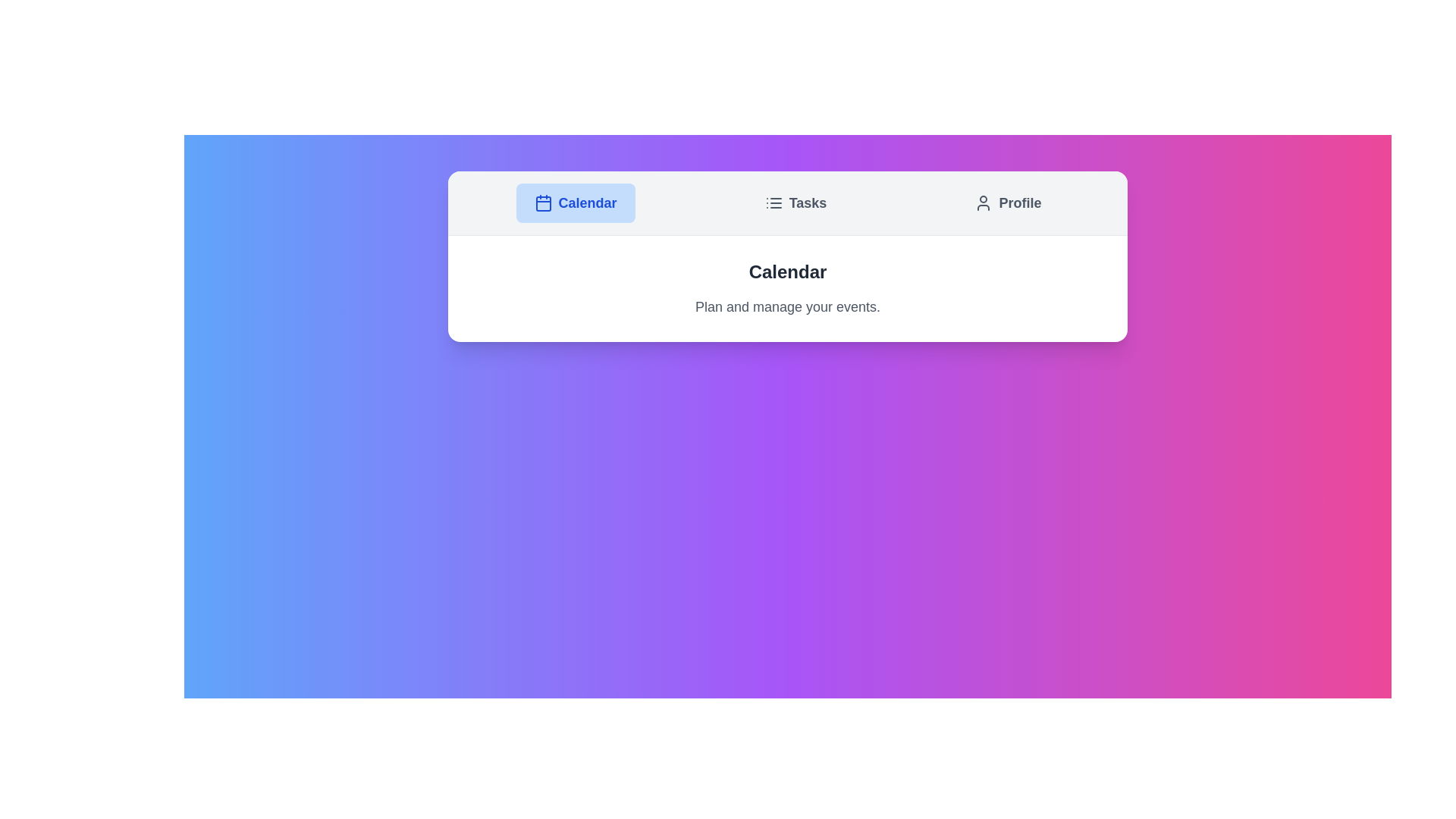  Describe the element at coordinates (574, 202) in the screenshot. I see `the tab labeled Calendar to view its content` at that location.